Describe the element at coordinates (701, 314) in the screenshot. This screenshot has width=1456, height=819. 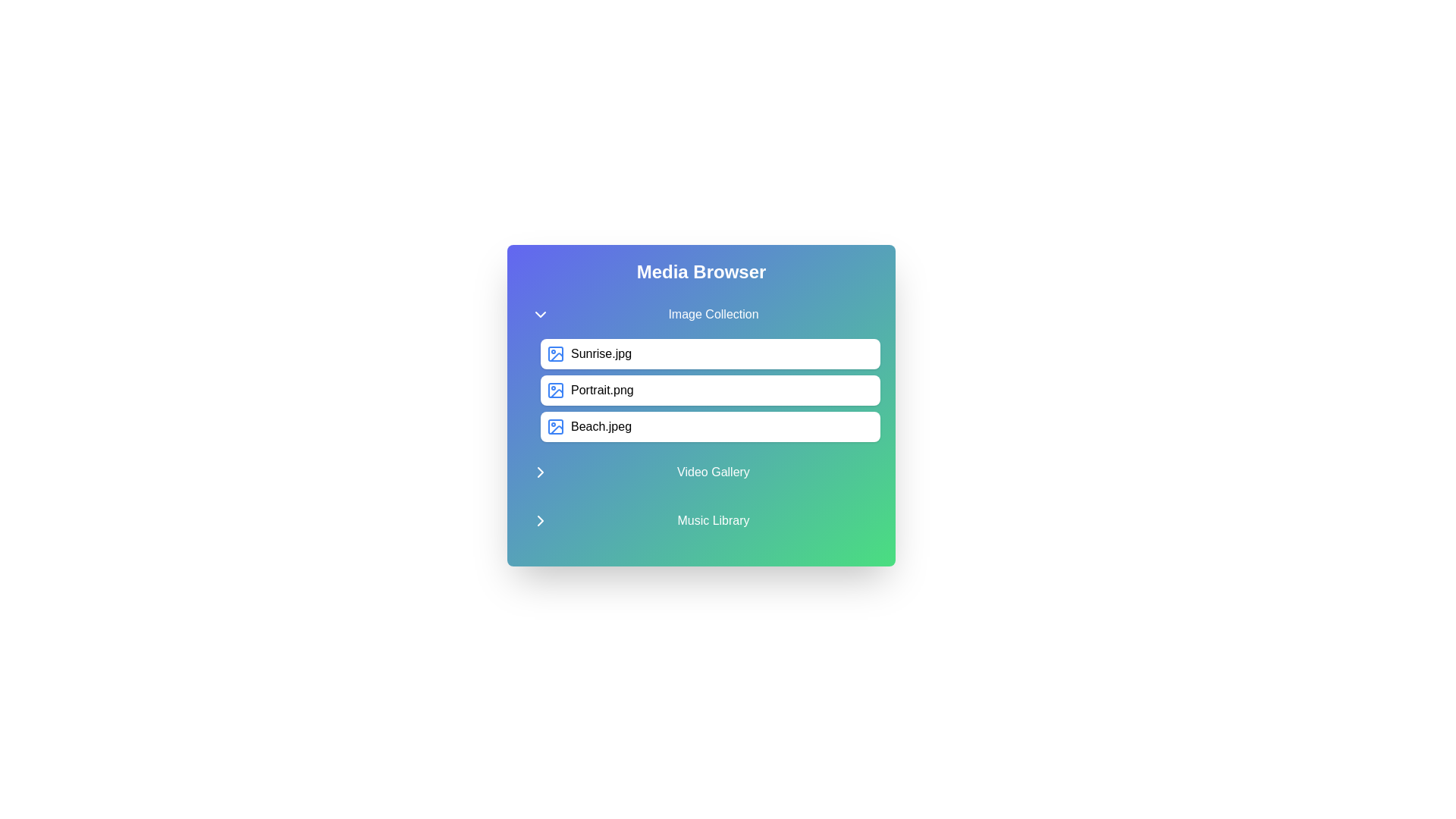
I see `the category title Image Collection to toggle its state` at that location.